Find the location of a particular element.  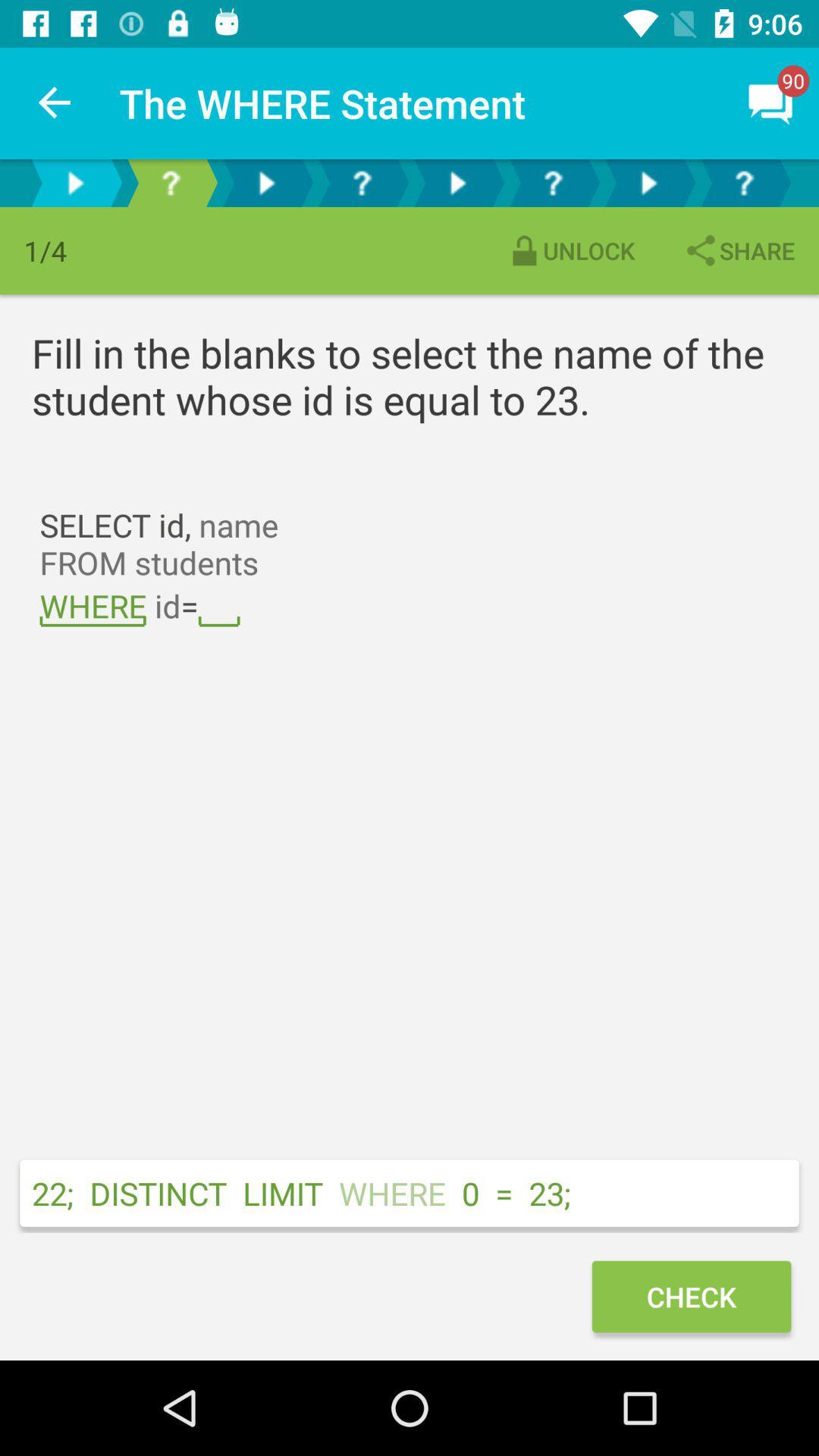

ask a question is located at coordinates (553, 182).